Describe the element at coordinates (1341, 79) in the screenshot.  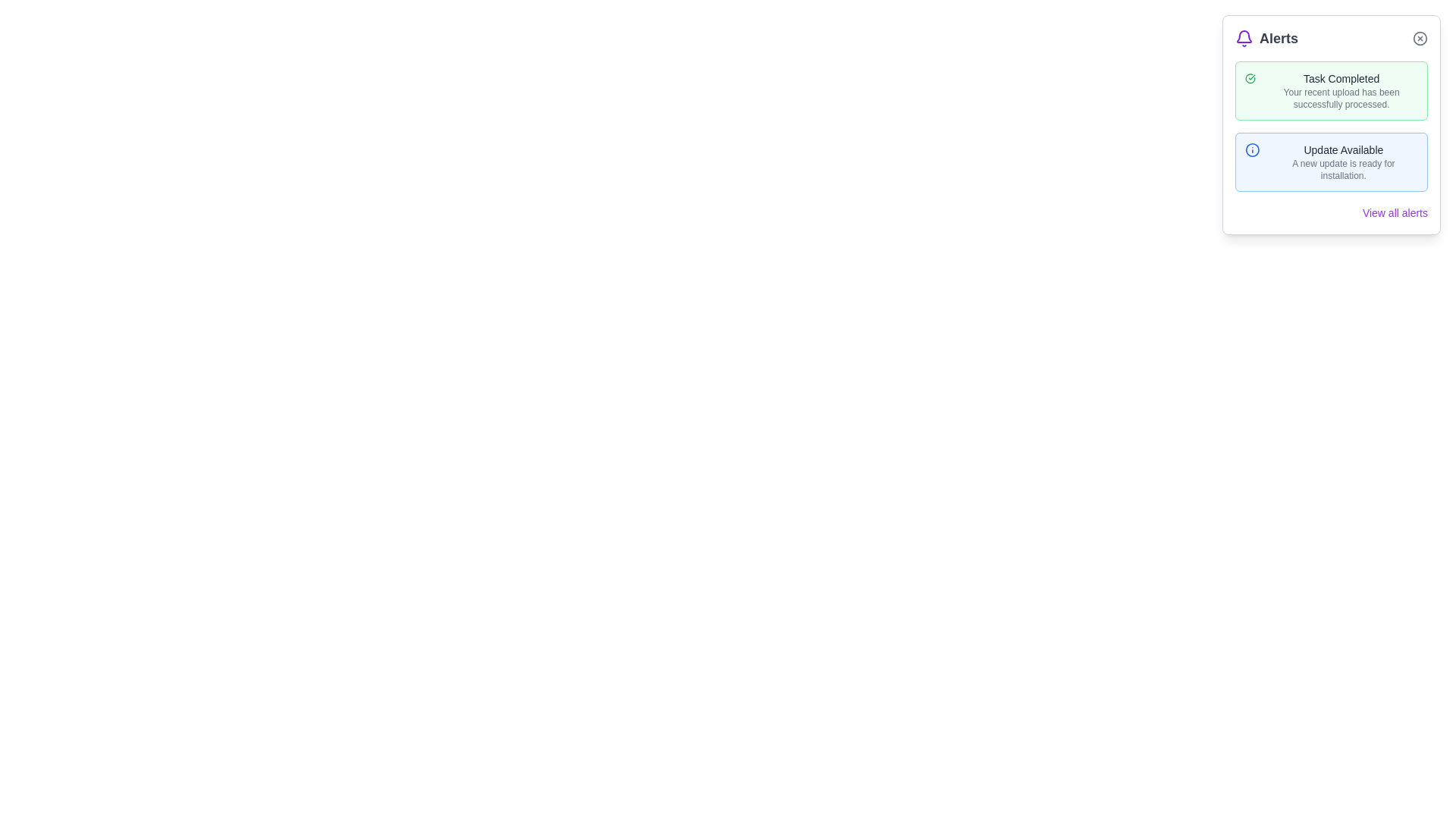
I see `the Text Label that serves as the title for the notification, indicating the success of a task, located at the top-left corner of the notification card in the alerts sidebar` at that location.